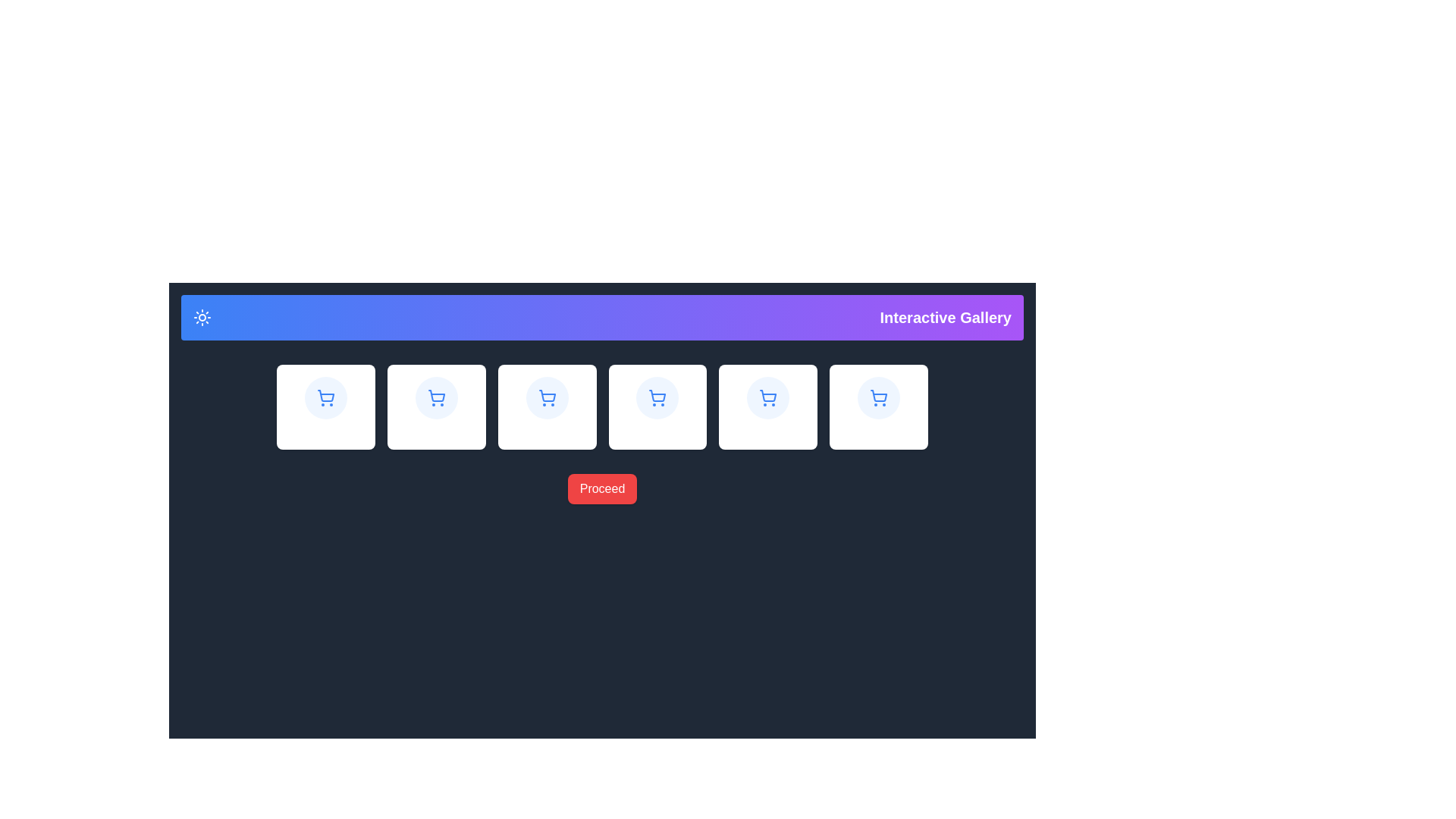  I want to click on the Card Button which is a rounded-rectangle with a white background and a blue shopping cart icon in the middle of a light blue circle, located in the middle row of a horizontal grid of six cards, so click(546, 406).